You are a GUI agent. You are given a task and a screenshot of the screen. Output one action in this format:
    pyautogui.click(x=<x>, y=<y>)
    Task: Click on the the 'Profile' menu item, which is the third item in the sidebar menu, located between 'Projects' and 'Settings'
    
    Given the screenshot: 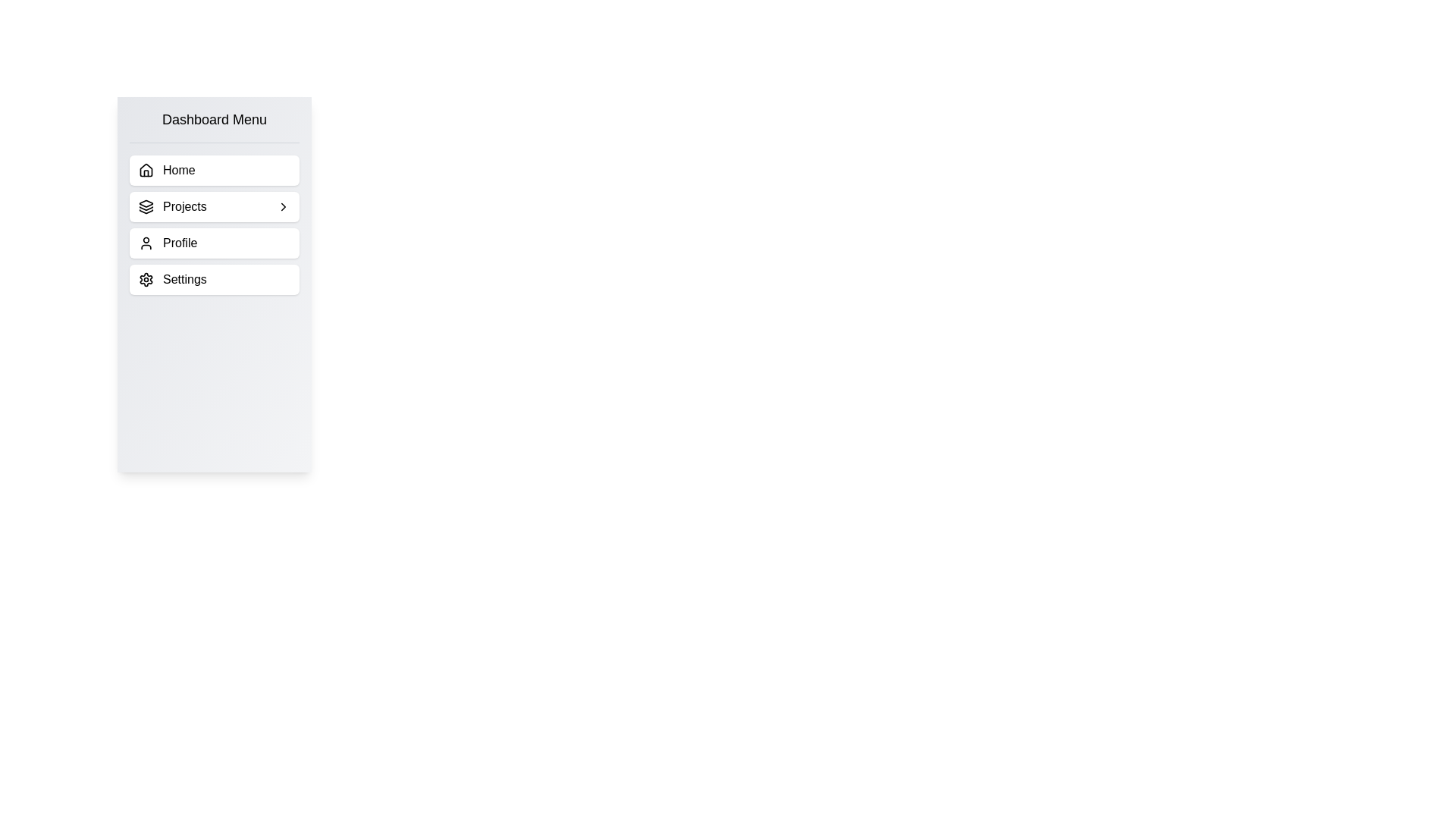 What is the action you would take?
    pyautogui.click(x=214, y=242)
    